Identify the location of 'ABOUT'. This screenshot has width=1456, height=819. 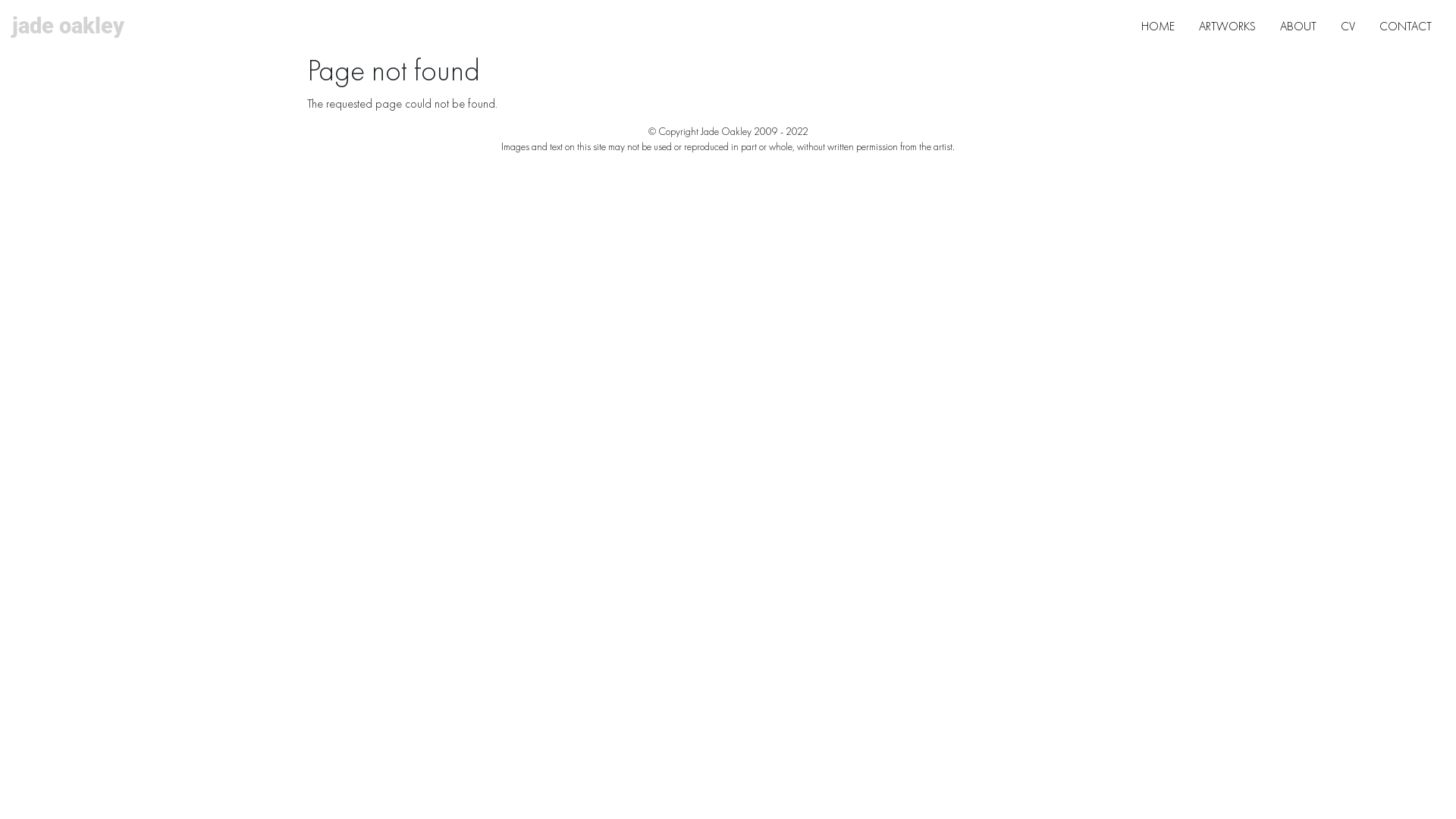
(1298, 26).